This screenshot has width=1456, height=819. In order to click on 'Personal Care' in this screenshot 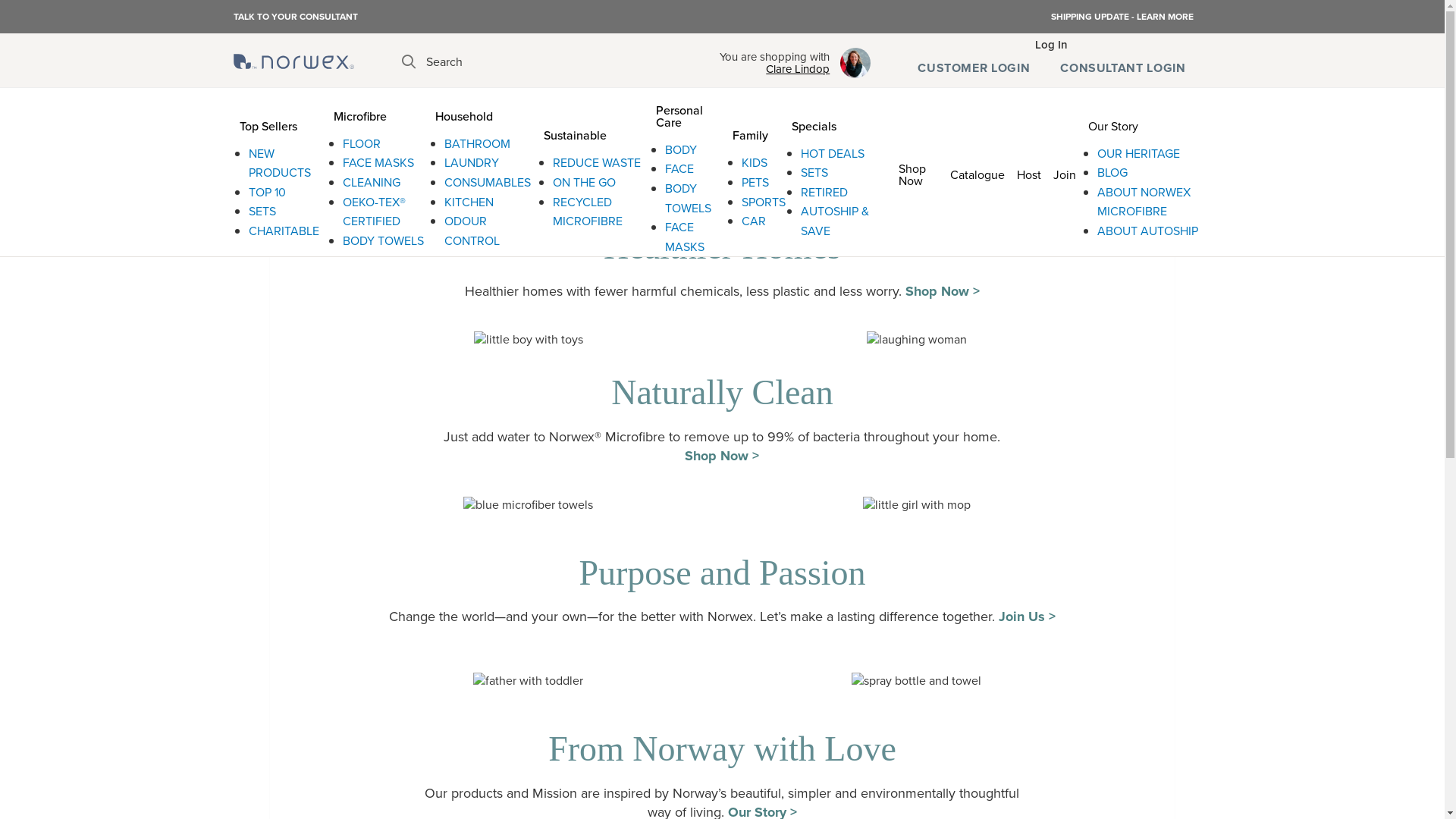, I will do `click(687, 113)`.